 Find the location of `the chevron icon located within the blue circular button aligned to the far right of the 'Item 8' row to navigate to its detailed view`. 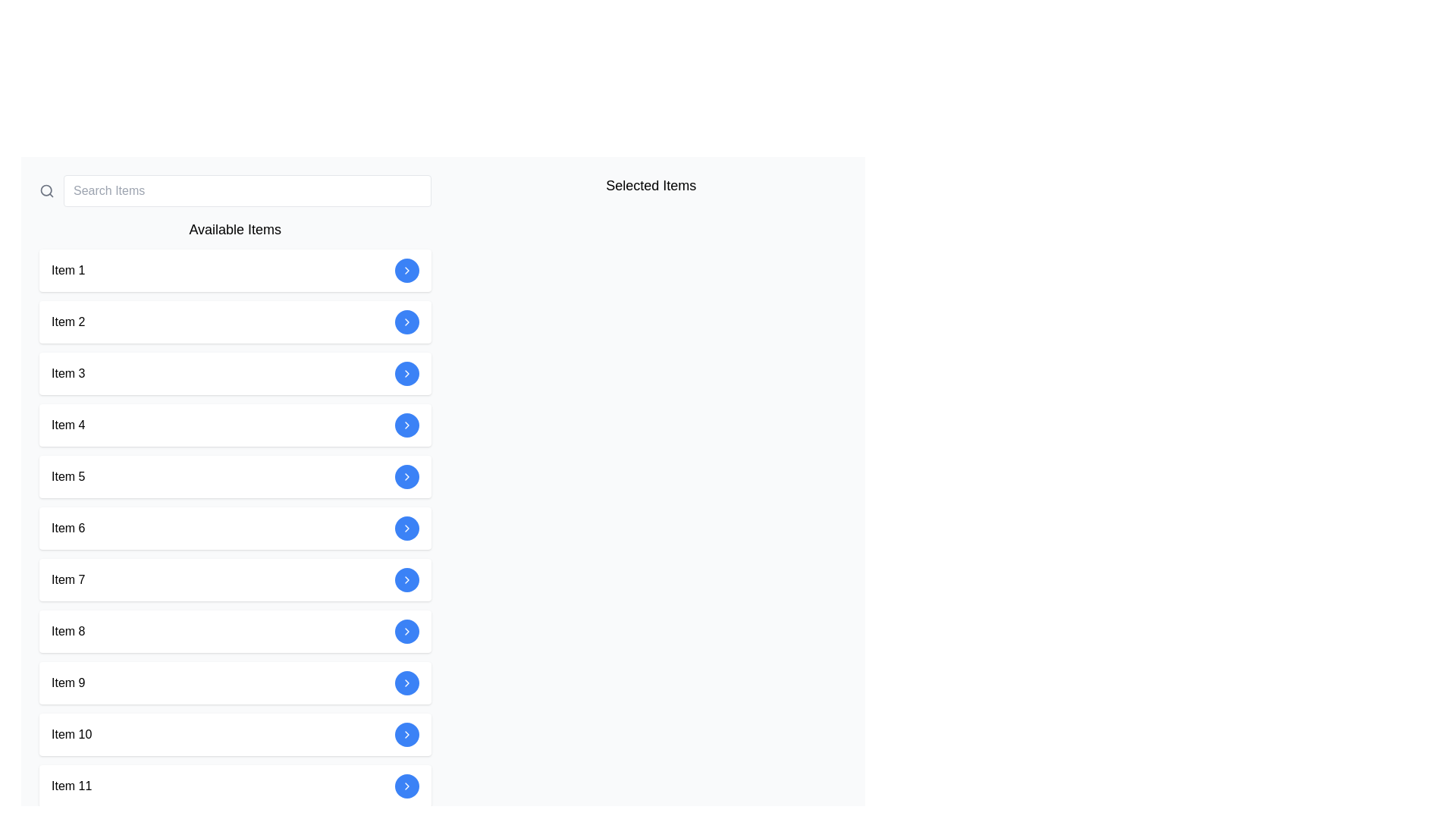

the chevron icon located within the blue circular button aligned to the far right of the 'Item 8' row to navigate to its detailed view is located at coordinates (406, 632).